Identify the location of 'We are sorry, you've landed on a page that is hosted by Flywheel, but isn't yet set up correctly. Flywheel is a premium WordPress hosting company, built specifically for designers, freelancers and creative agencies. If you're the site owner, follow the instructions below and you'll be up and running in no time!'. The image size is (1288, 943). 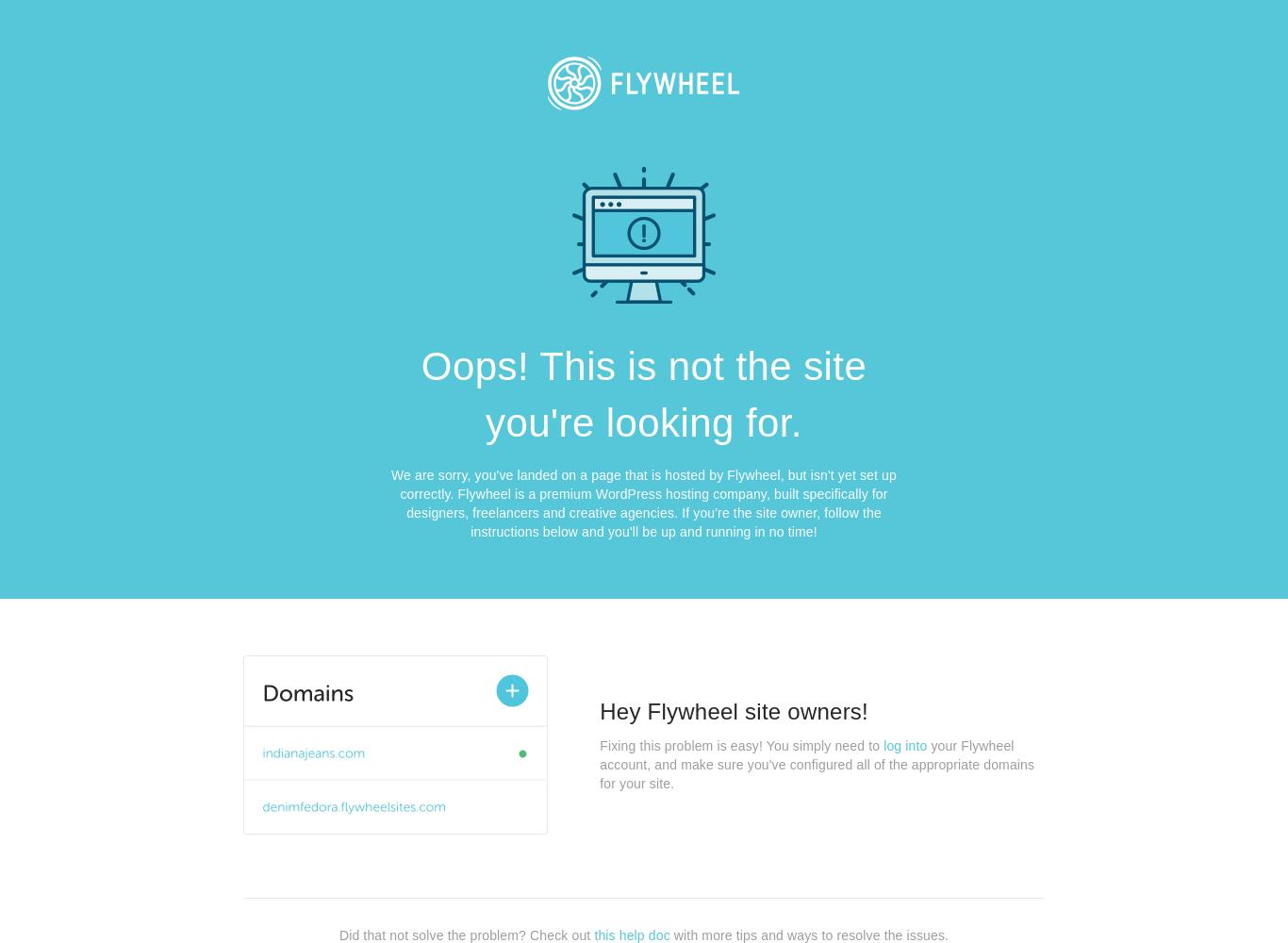
(389, 504).